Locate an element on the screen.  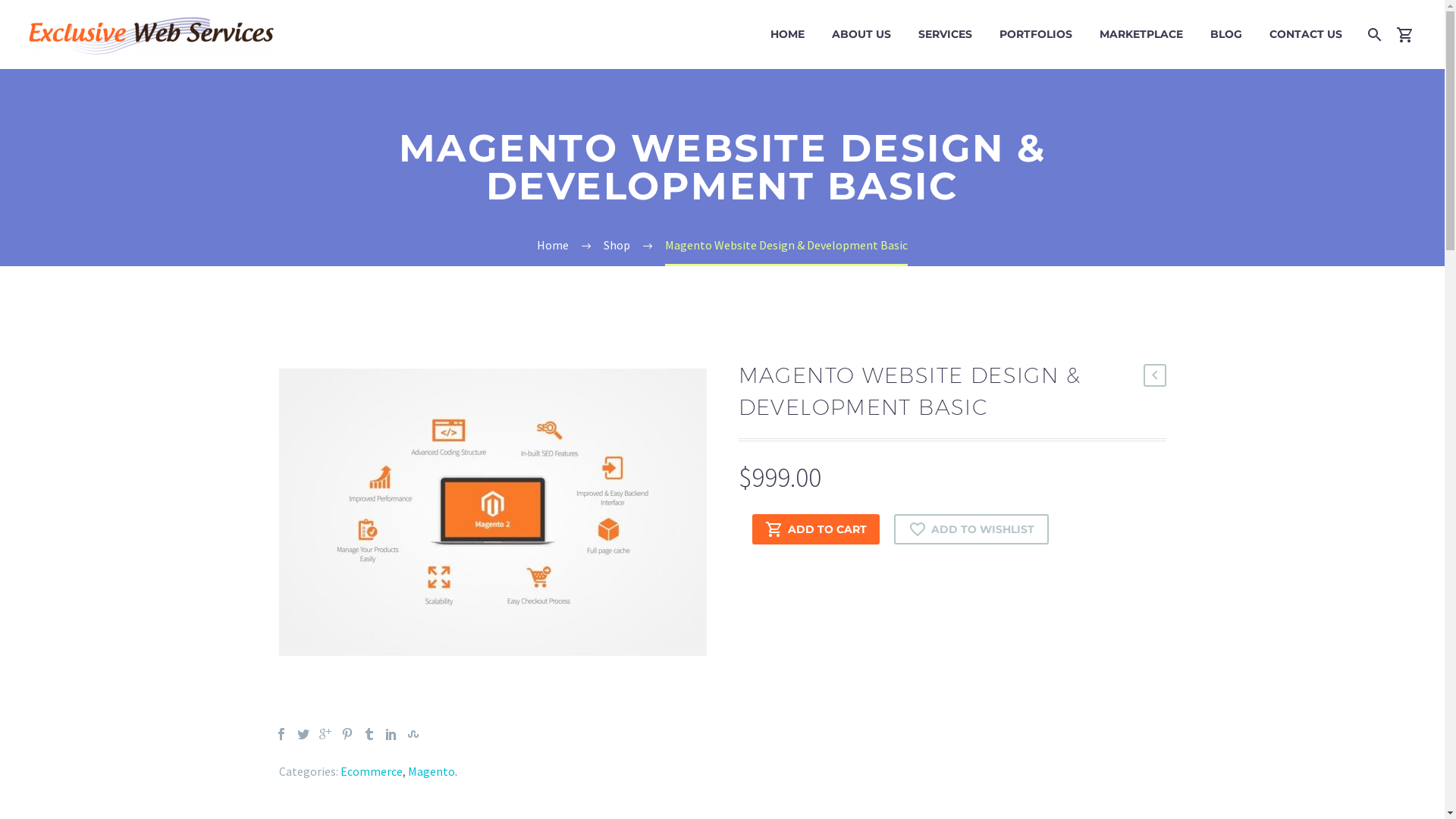
'Tumblr' is located at coordinates (368, 733).